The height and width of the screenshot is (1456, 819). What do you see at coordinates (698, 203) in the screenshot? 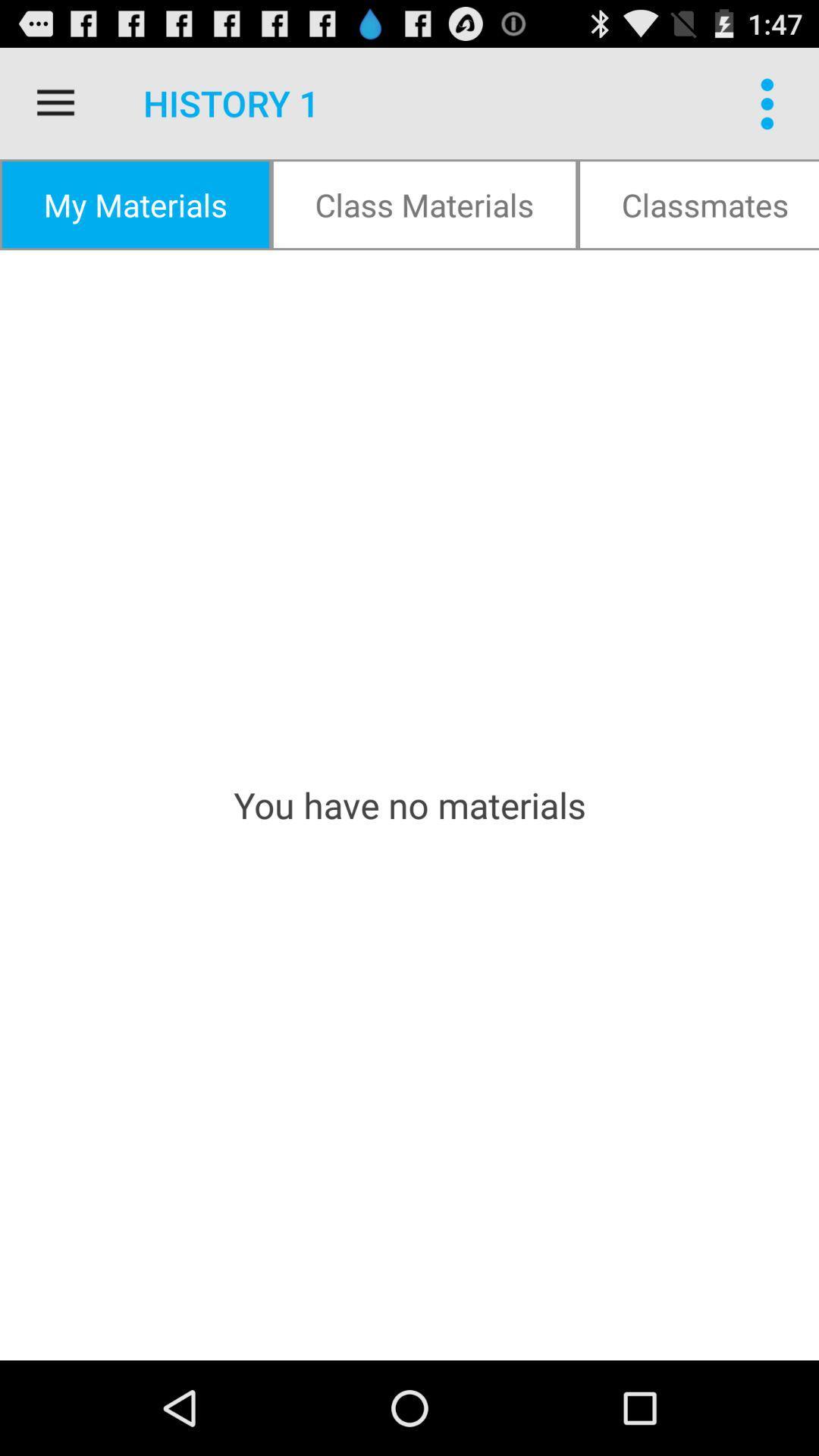
I see `the icon next to the class materials icon` at bounding box center [698, 203].